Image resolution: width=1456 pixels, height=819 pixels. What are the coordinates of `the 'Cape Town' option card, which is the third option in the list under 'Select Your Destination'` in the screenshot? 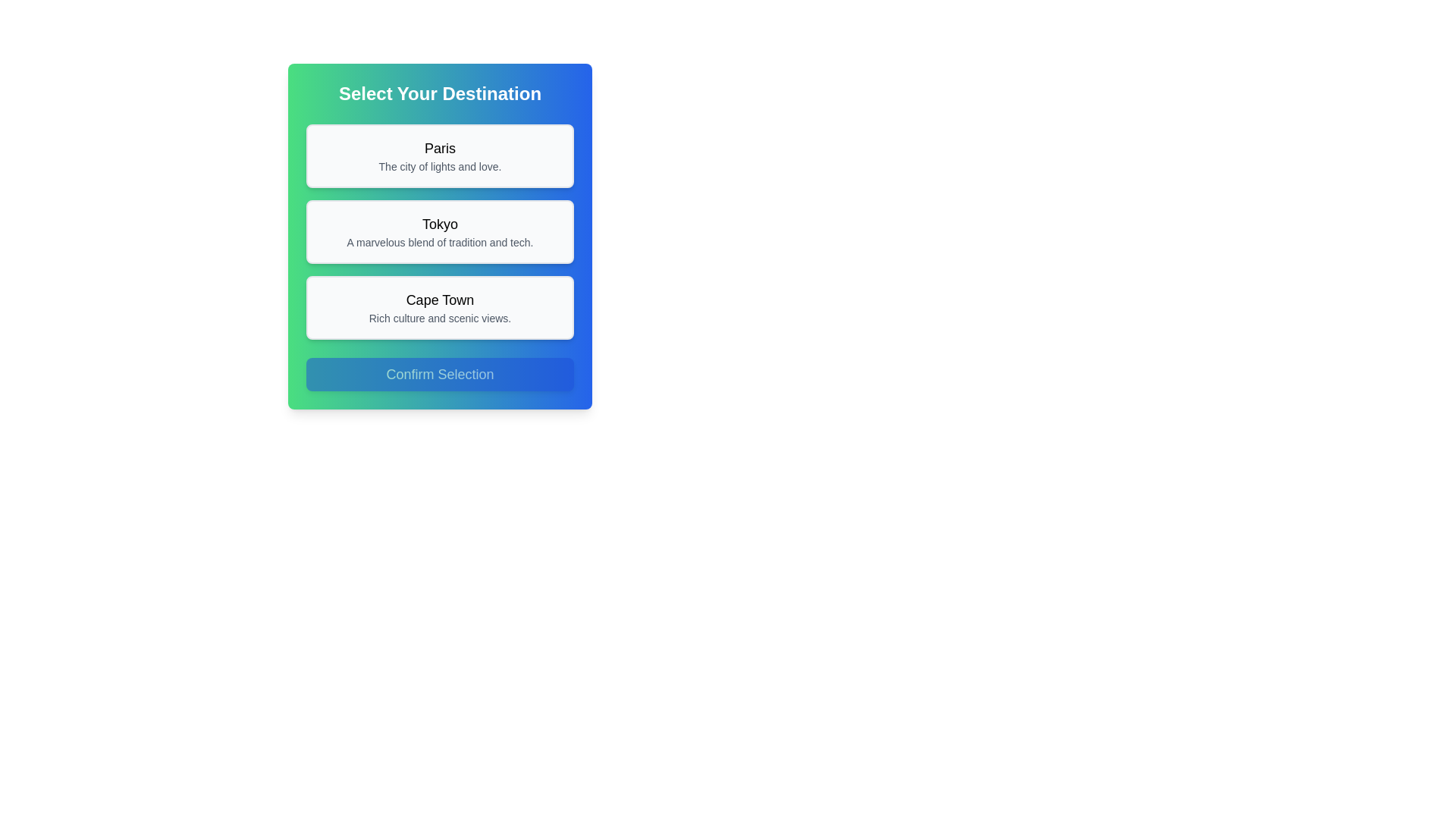 It's located at (439, 307).